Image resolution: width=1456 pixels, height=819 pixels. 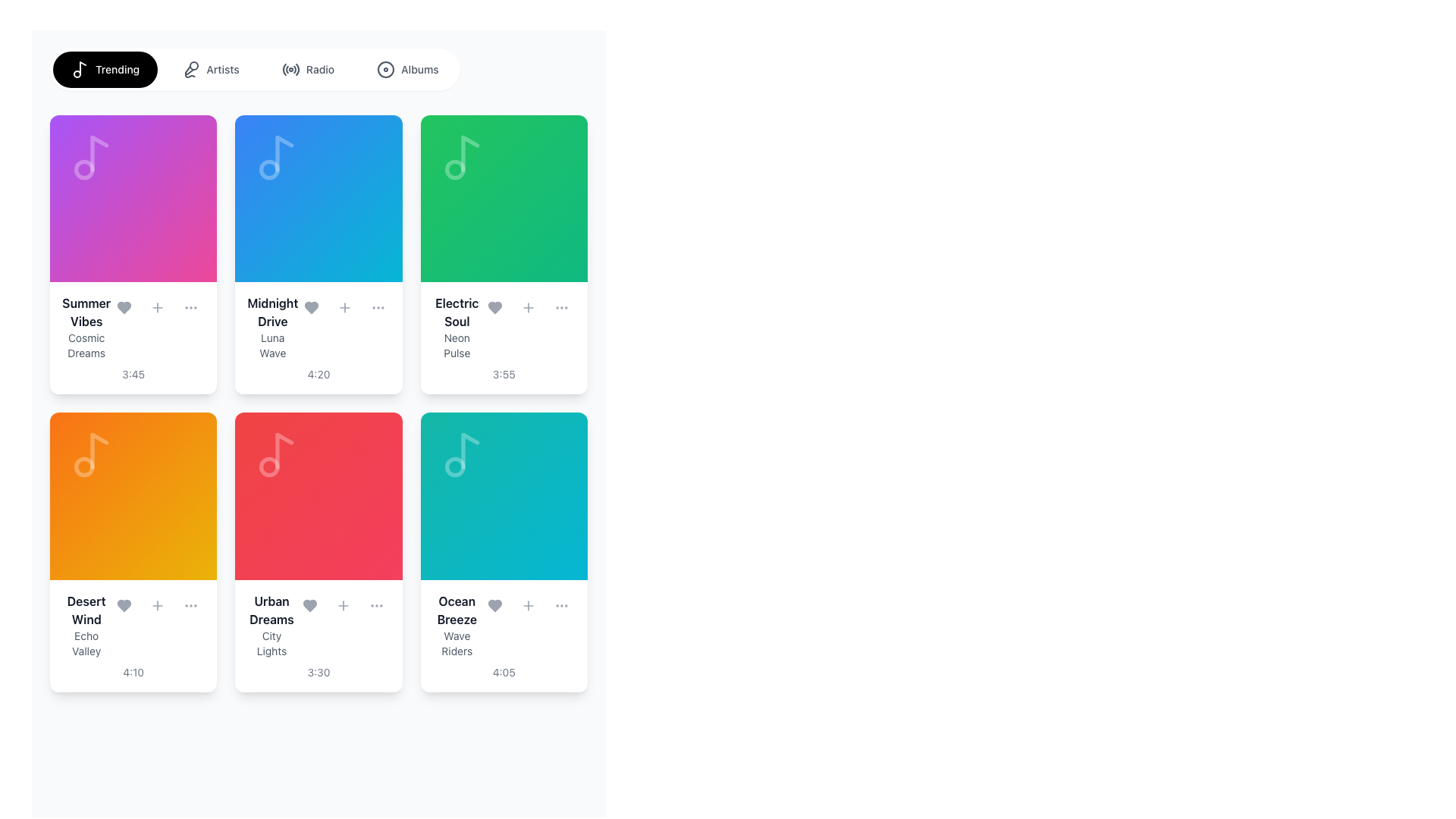 I want to click on the Decorative SVG Icon located beside the 'Albums' text in the navigation bar, which is a circular icon with a hollow center and thin border, so click(x=386, y=70).